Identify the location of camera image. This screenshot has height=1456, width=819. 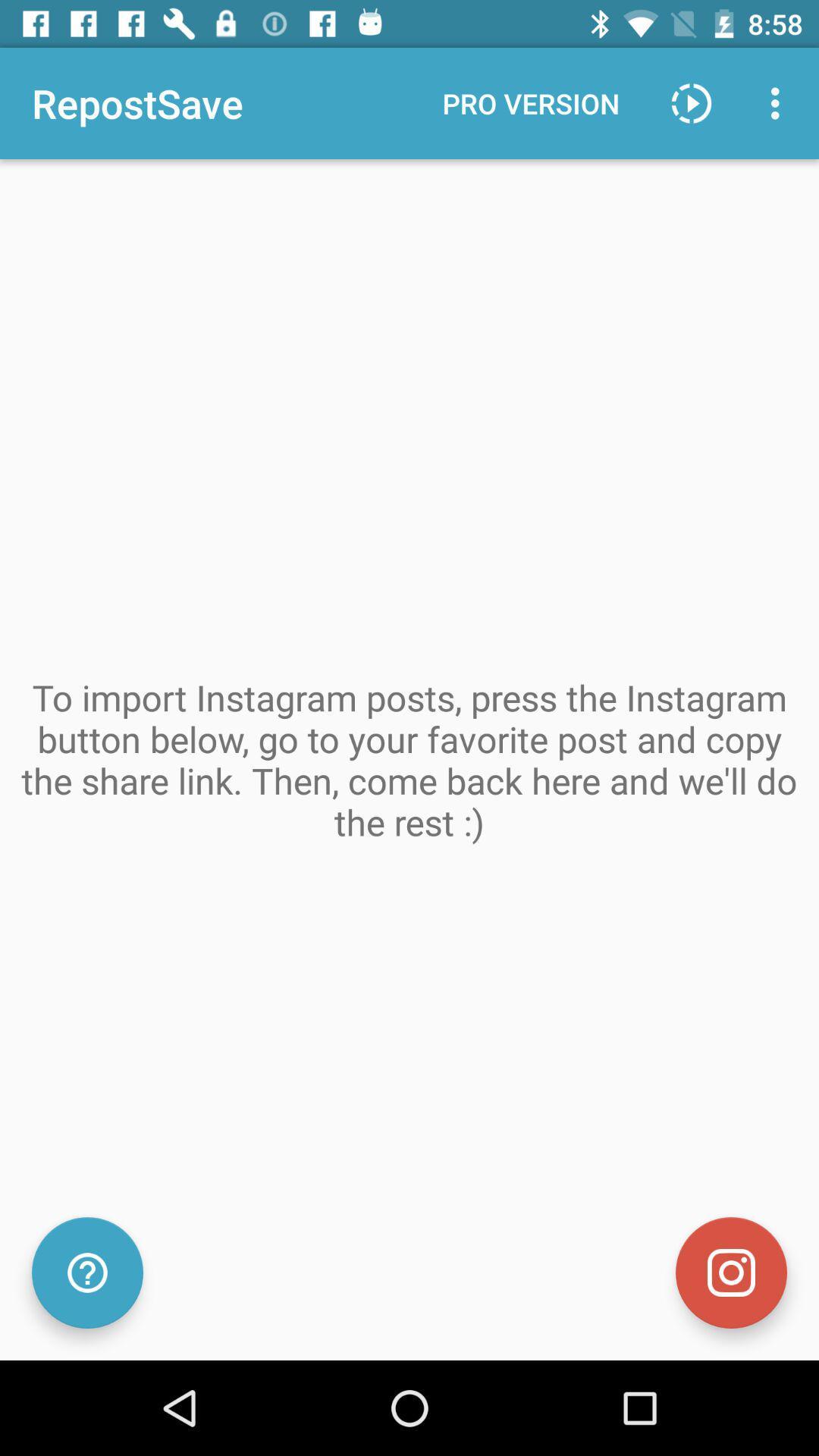
(730, 1272).